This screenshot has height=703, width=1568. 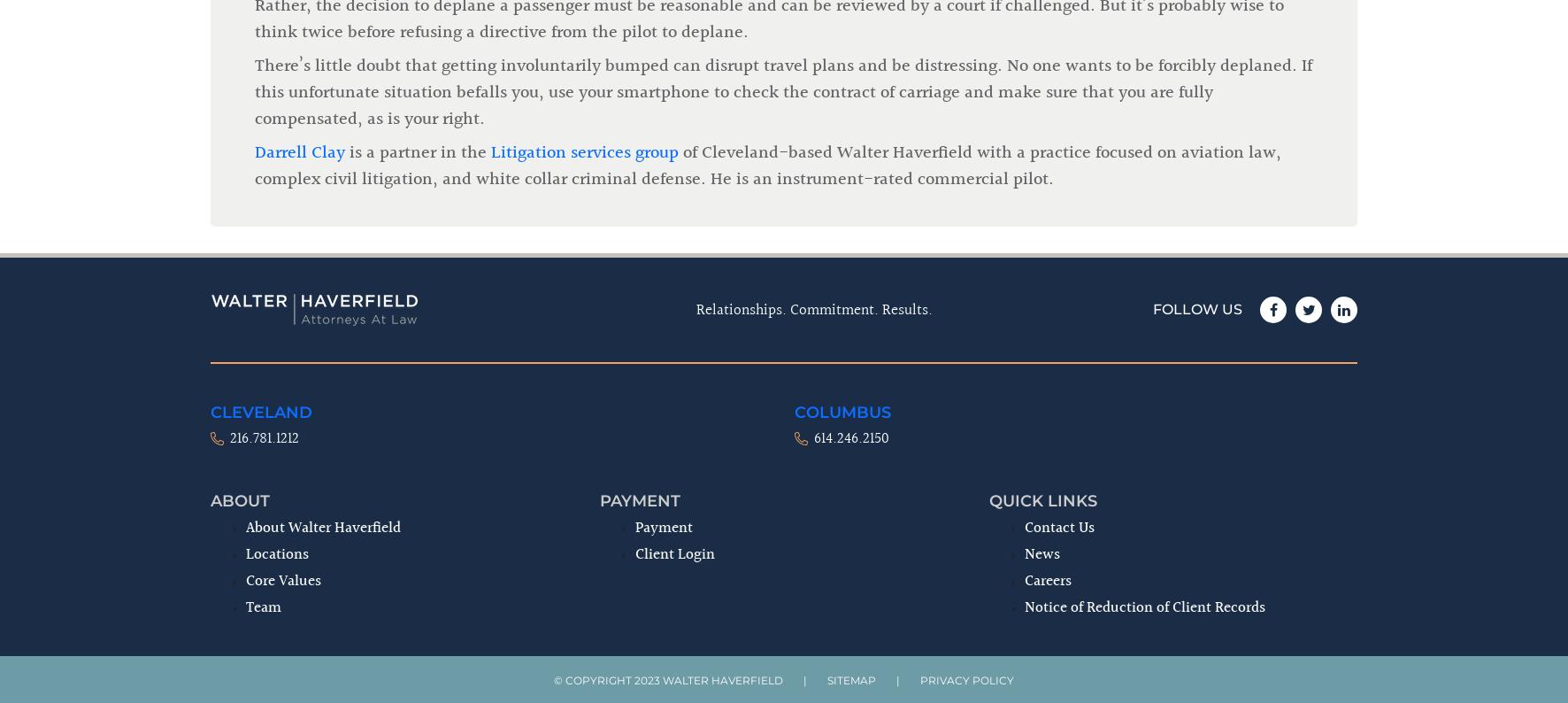 What do you see at coordinates (260, 119) in the screenshot?
I see `'Cleveland'` at bounding box center [260, 119].